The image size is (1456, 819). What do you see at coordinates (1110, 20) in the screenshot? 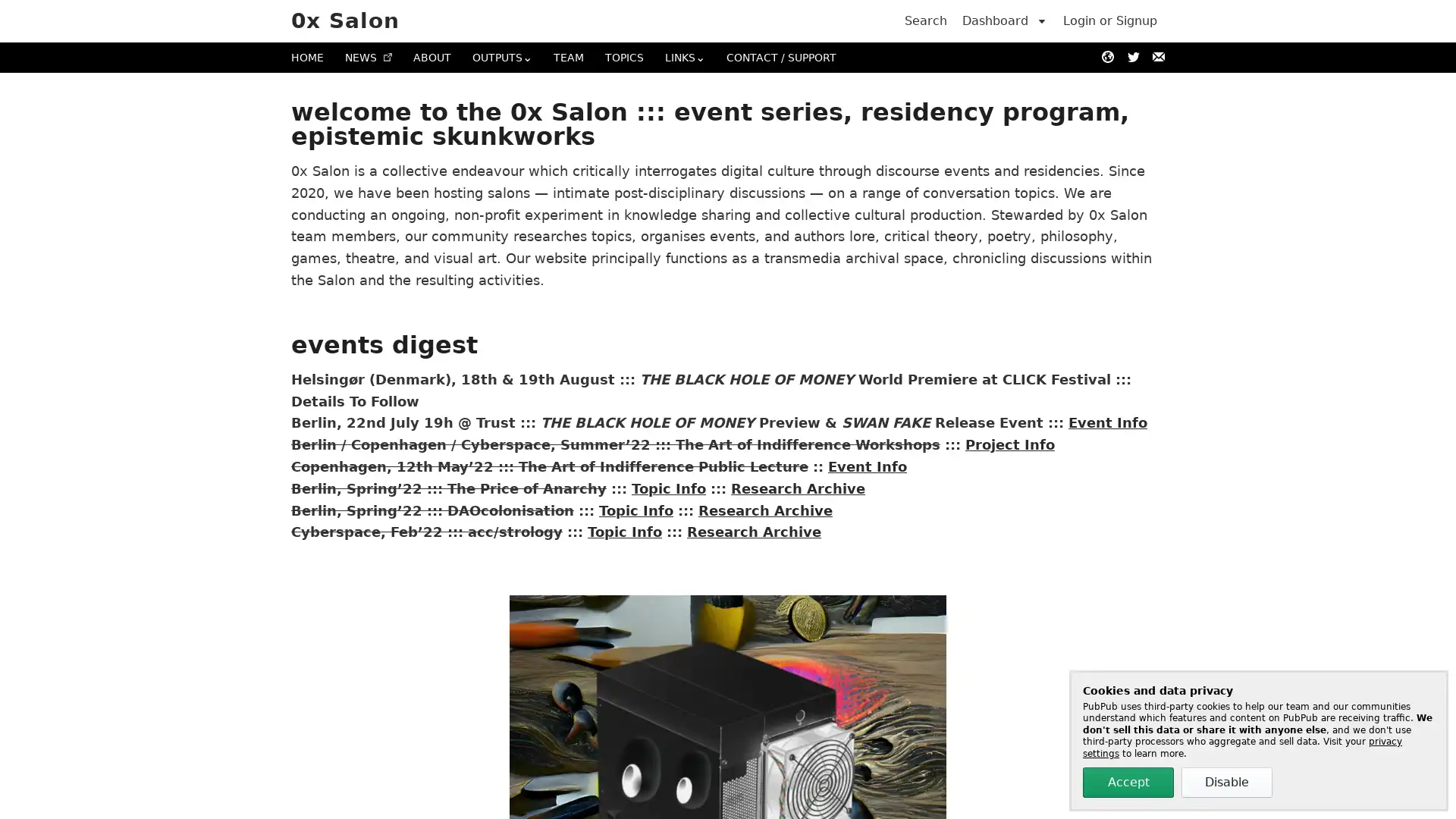
I see `Login or Signup` at bounding box center [1110, 20].